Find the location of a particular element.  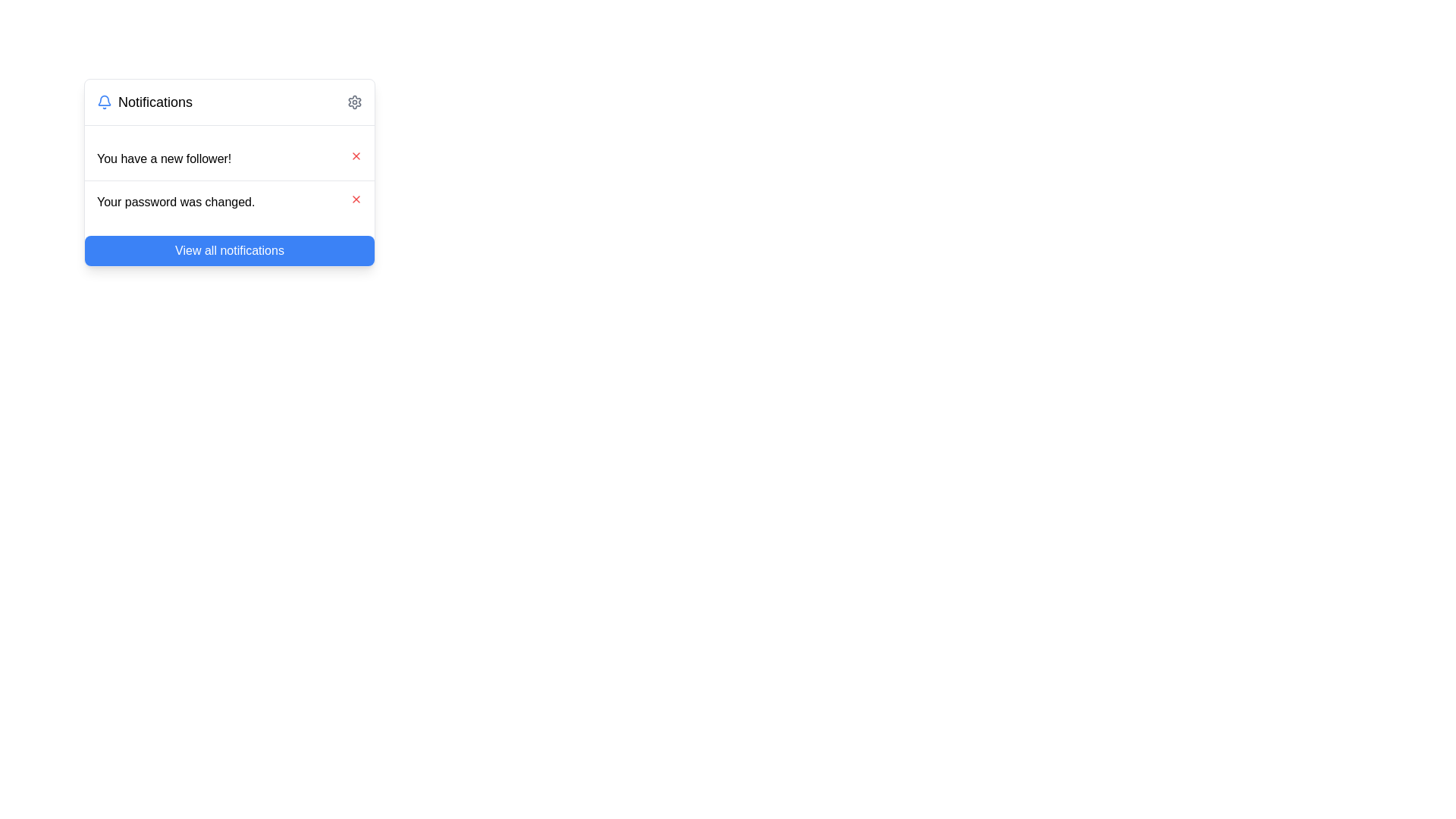

notification message indicating the user's password has been updated, which is displayed as a text label in the second row of the notification list, below 'You have a new follower!' and to the left of the dismissal 'X' icon is located at coordinates (176, 201).